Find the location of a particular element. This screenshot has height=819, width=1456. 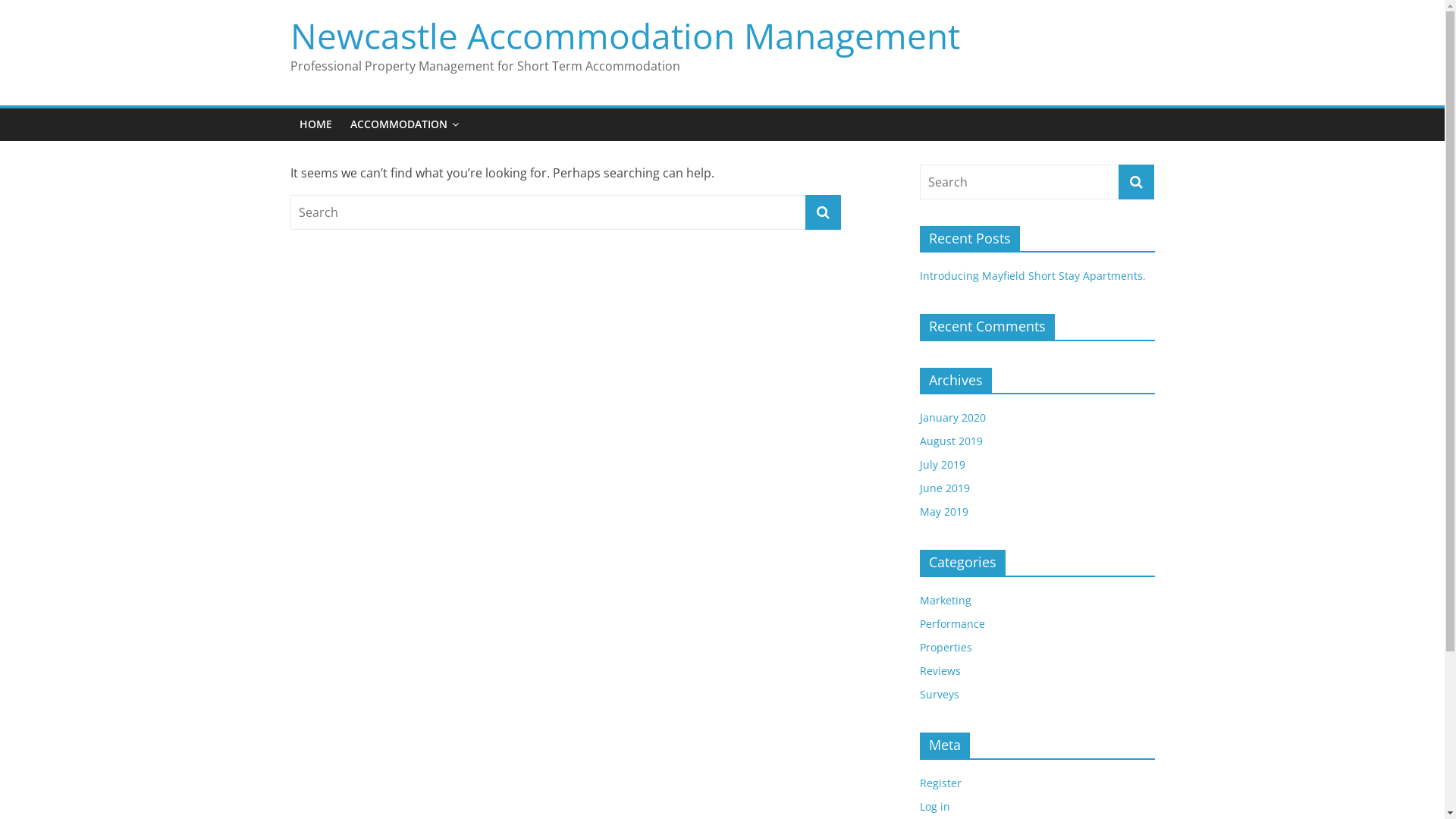

'Properties' is located at coordinates (918, 647).